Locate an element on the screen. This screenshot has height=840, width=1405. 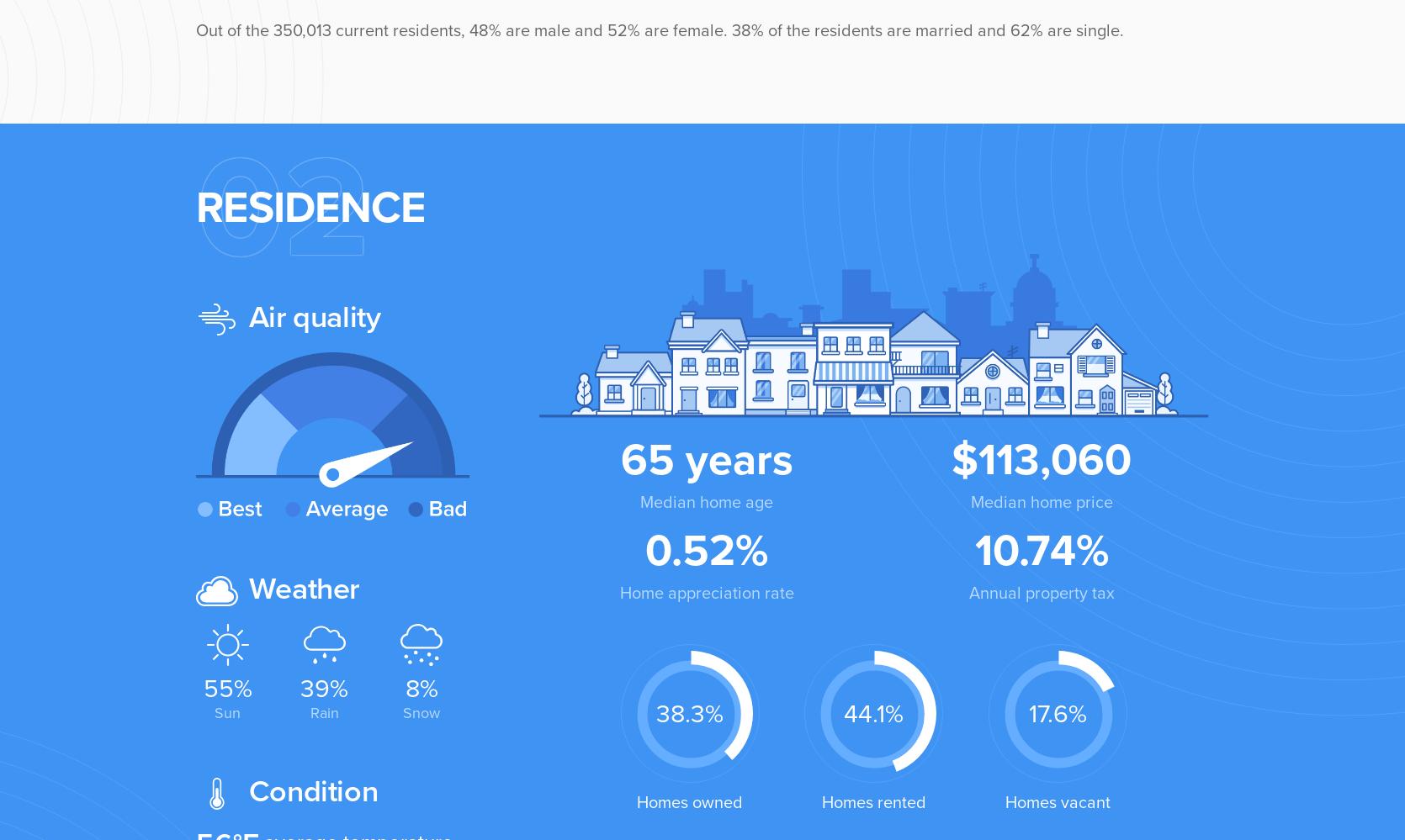
'17.6%' is located at coordinates (1057, 712).